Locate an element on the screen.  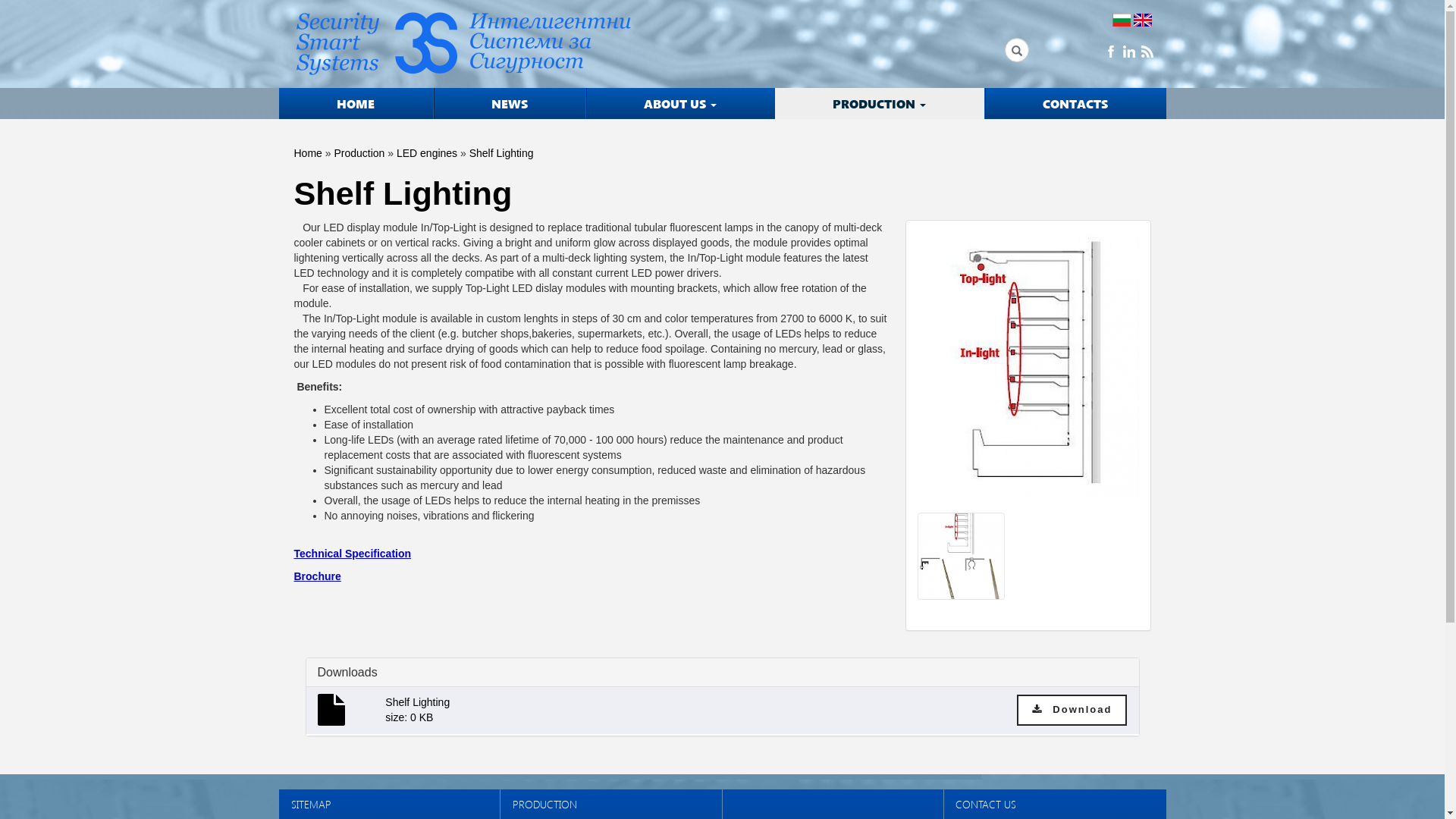
'CONTACTS' is located at coordinates (1074, 102).